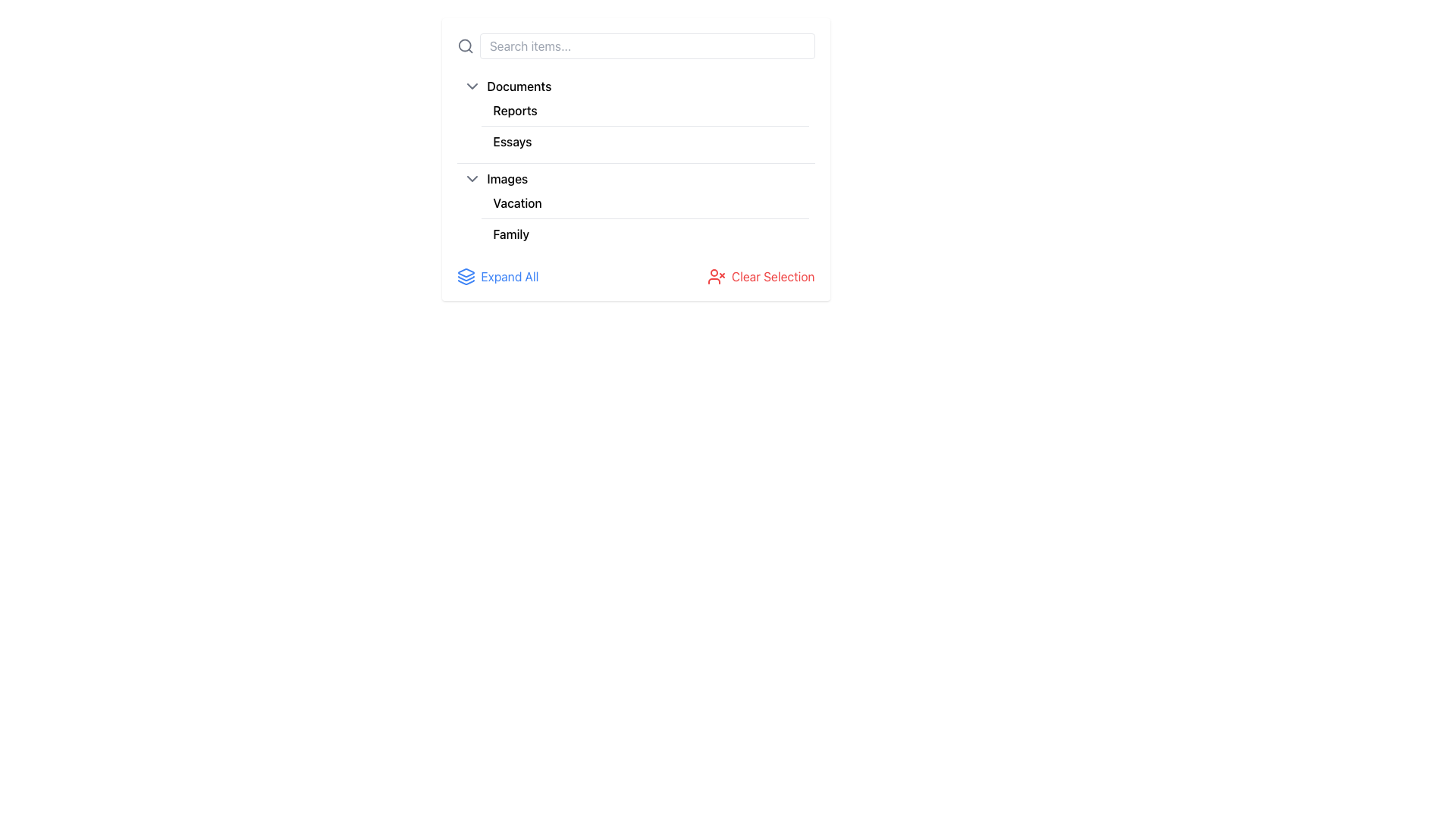 This screenshot has height=819, width=1456. I want to click on the 'Expand All' icon, which is located to the left of the button's text in the bottom-left corner of the visible content area, so click(465, 277).